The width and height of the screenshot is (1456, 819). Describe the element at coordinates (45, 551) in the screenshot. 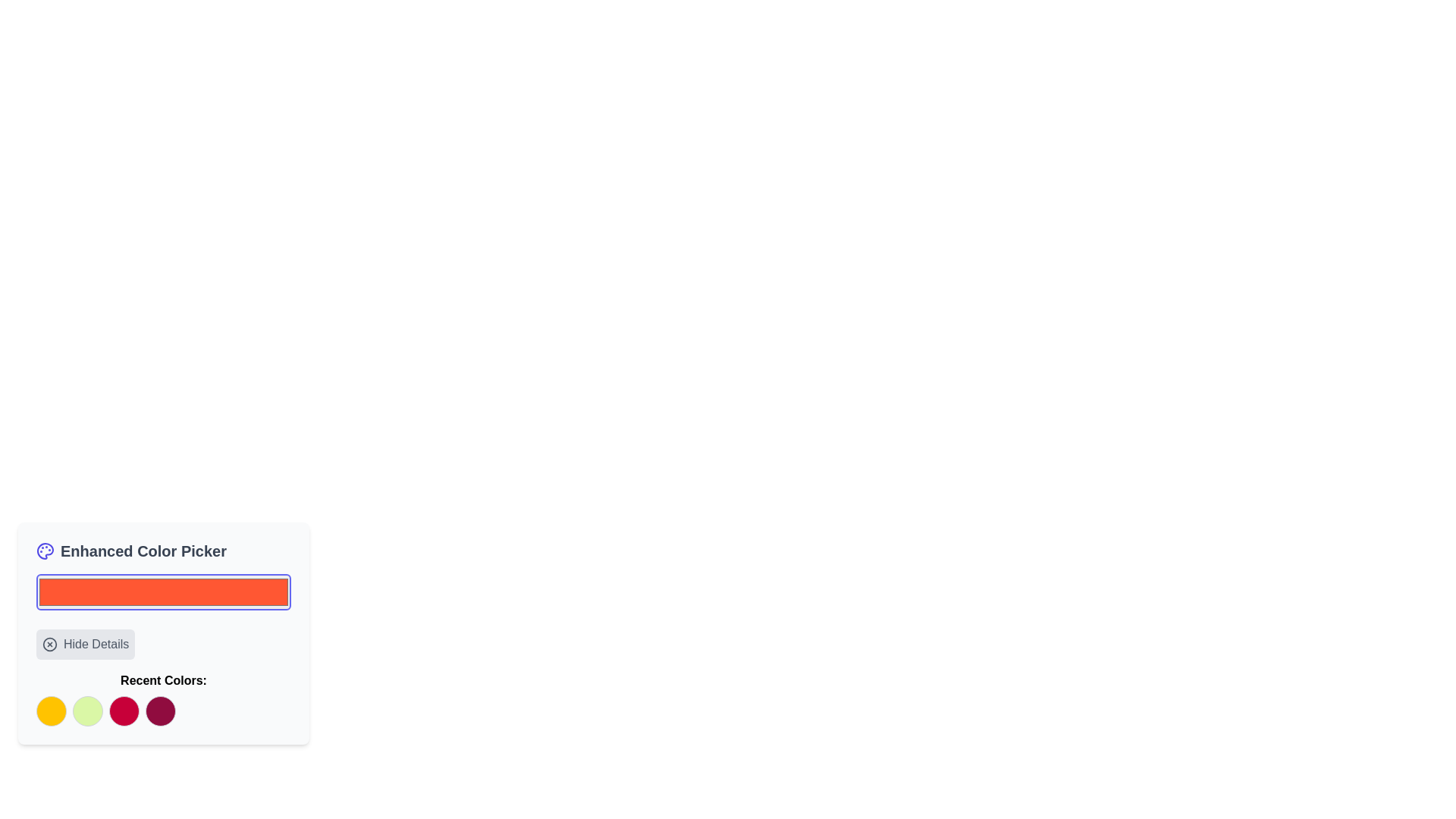

I see `the circular icon with a palette design, featuring multiple small circles representing paint wells, located next to the bold text 'Enhanced Color Picker'` at that location.